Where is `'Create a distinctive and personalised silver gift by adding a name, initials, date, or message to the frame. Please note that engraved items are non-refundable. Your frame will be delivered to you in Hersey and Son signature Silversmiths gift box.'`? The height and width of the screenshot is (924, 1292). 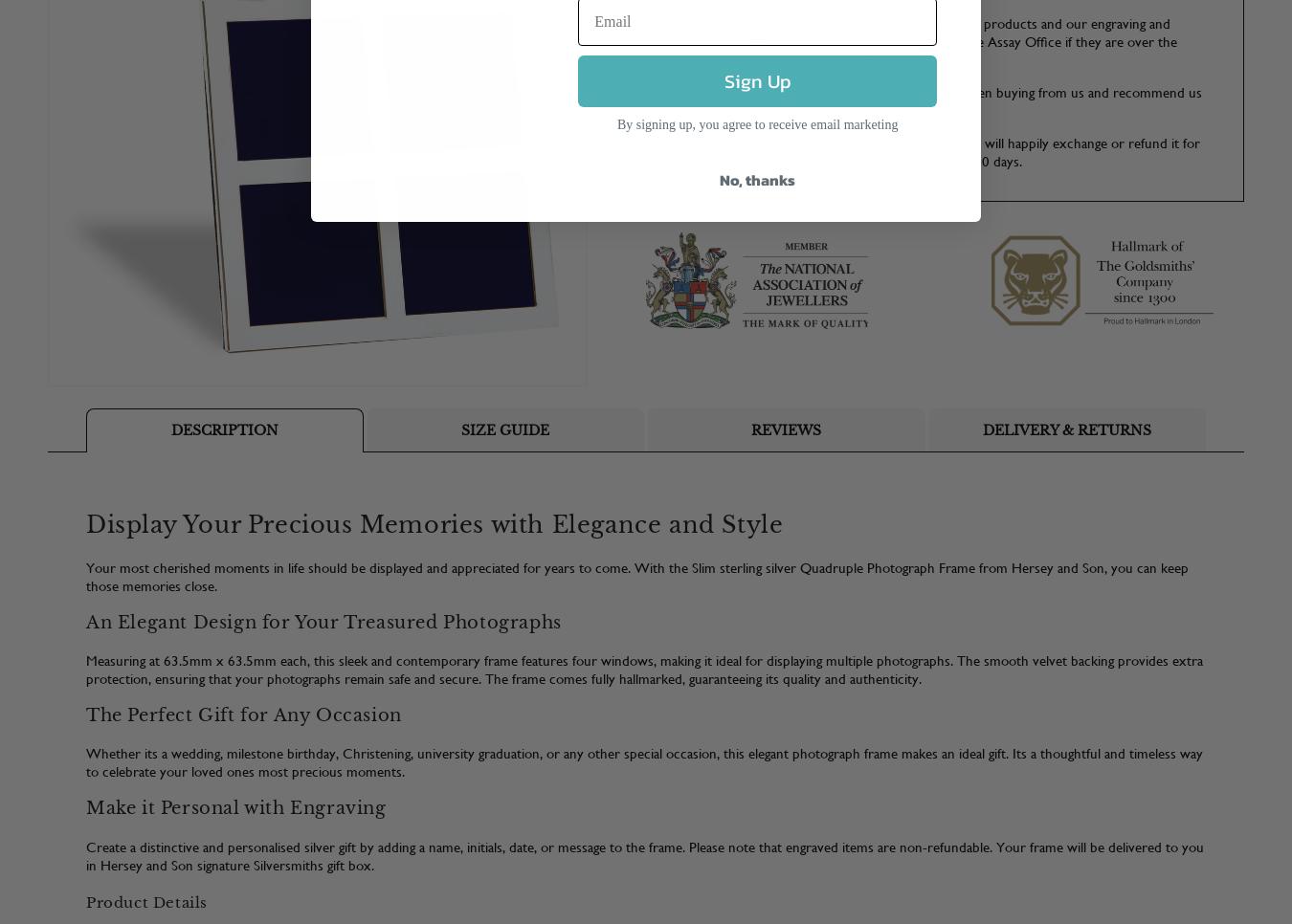 'Create a distinctive and personalised silver gift by adding a name, initials, date, or message to the frame. Please note that engraved items are non-refundable. Your frame will be delivered to you in Hersey and Son signature Silversmiths gift box.' is located at coordinates (645, 855).